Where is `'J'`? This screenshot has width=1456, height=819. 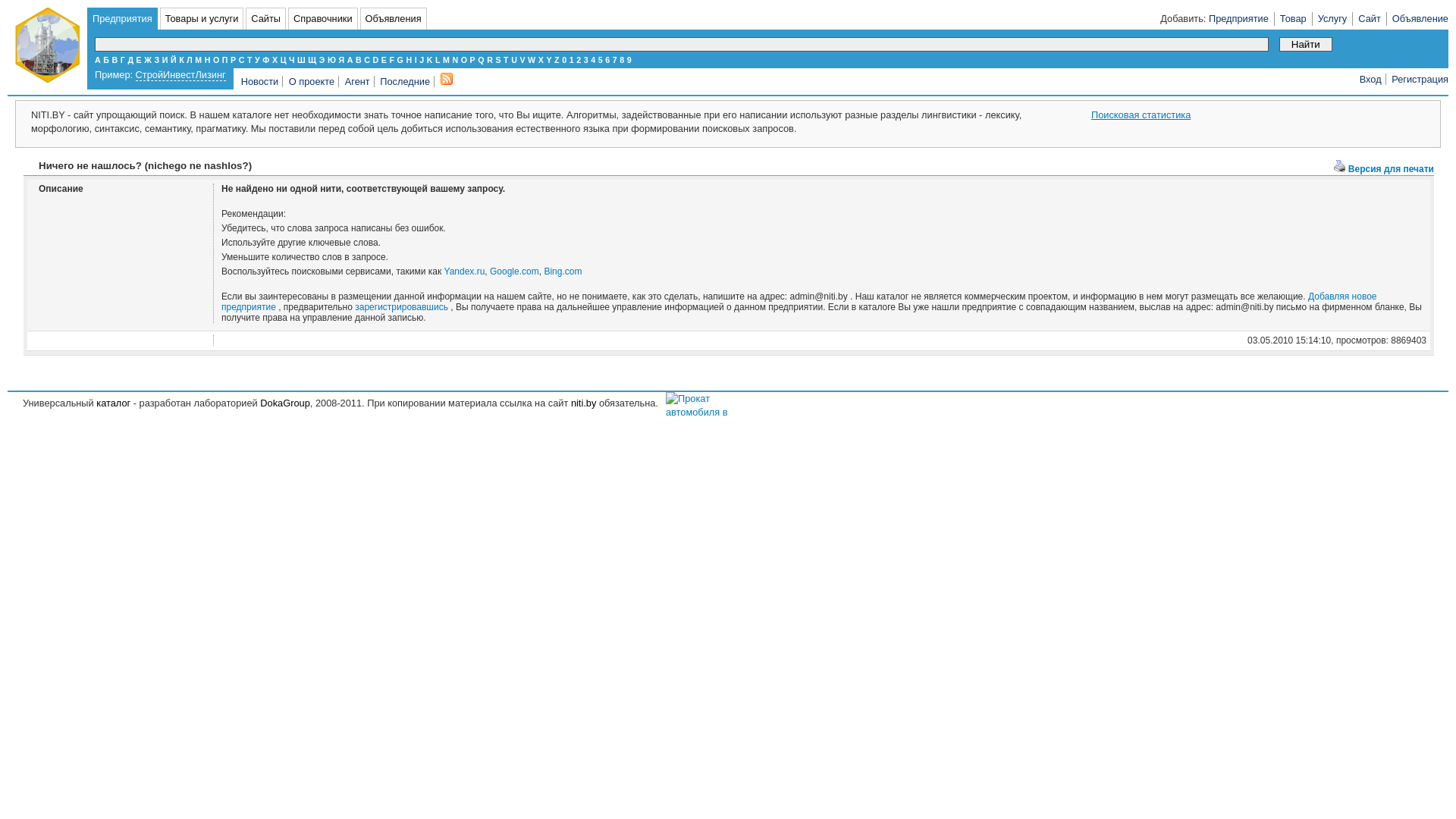 'J' is located at coordinates (422, 58).